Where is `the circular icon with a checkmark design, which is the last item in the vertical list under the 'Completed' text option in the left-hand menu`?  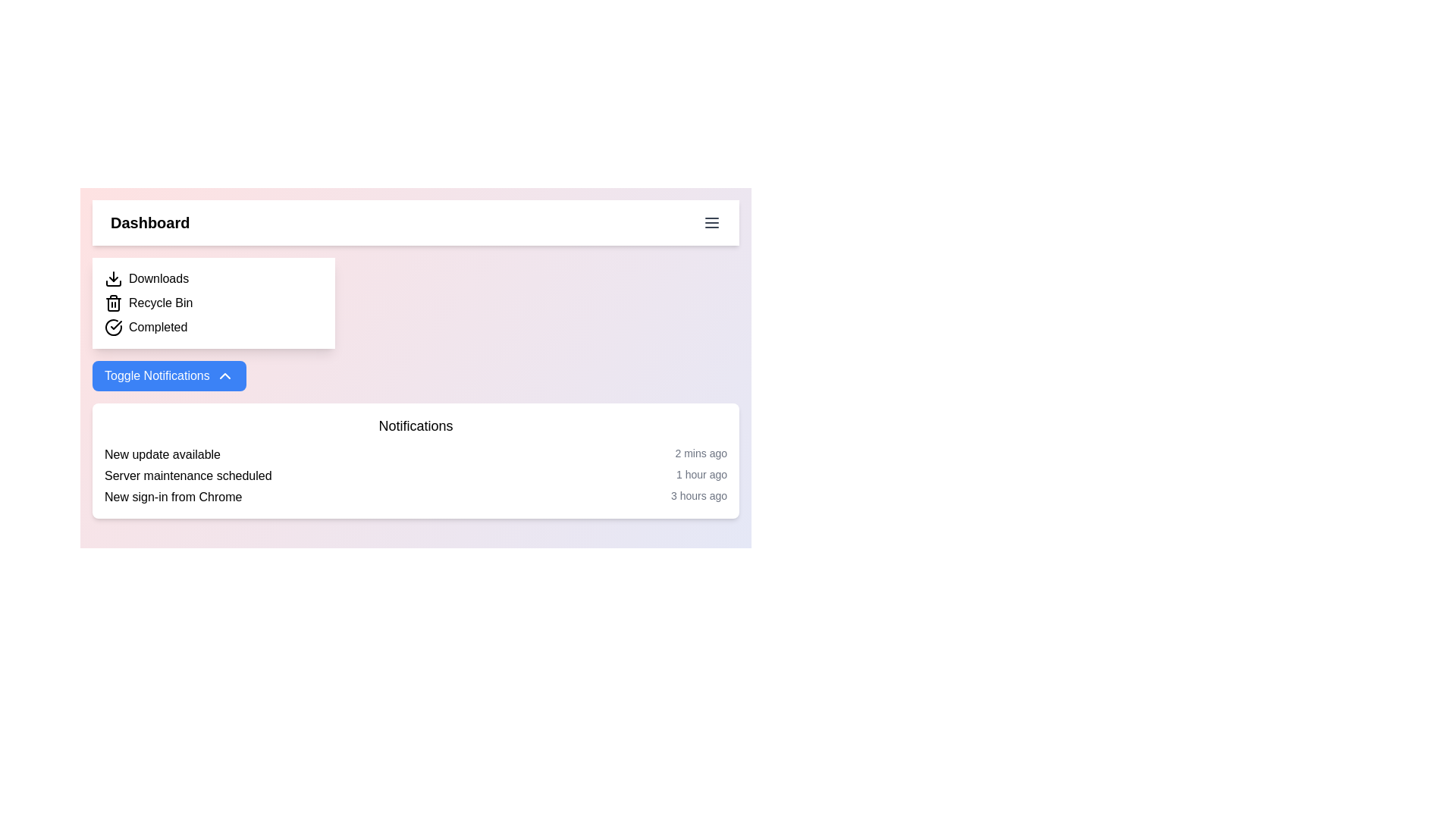 the circular icon with a checkmark design, which is the last item in the vertical list under the 'Completed' text option in the left-hand menu is located at coordinates (112, 327).